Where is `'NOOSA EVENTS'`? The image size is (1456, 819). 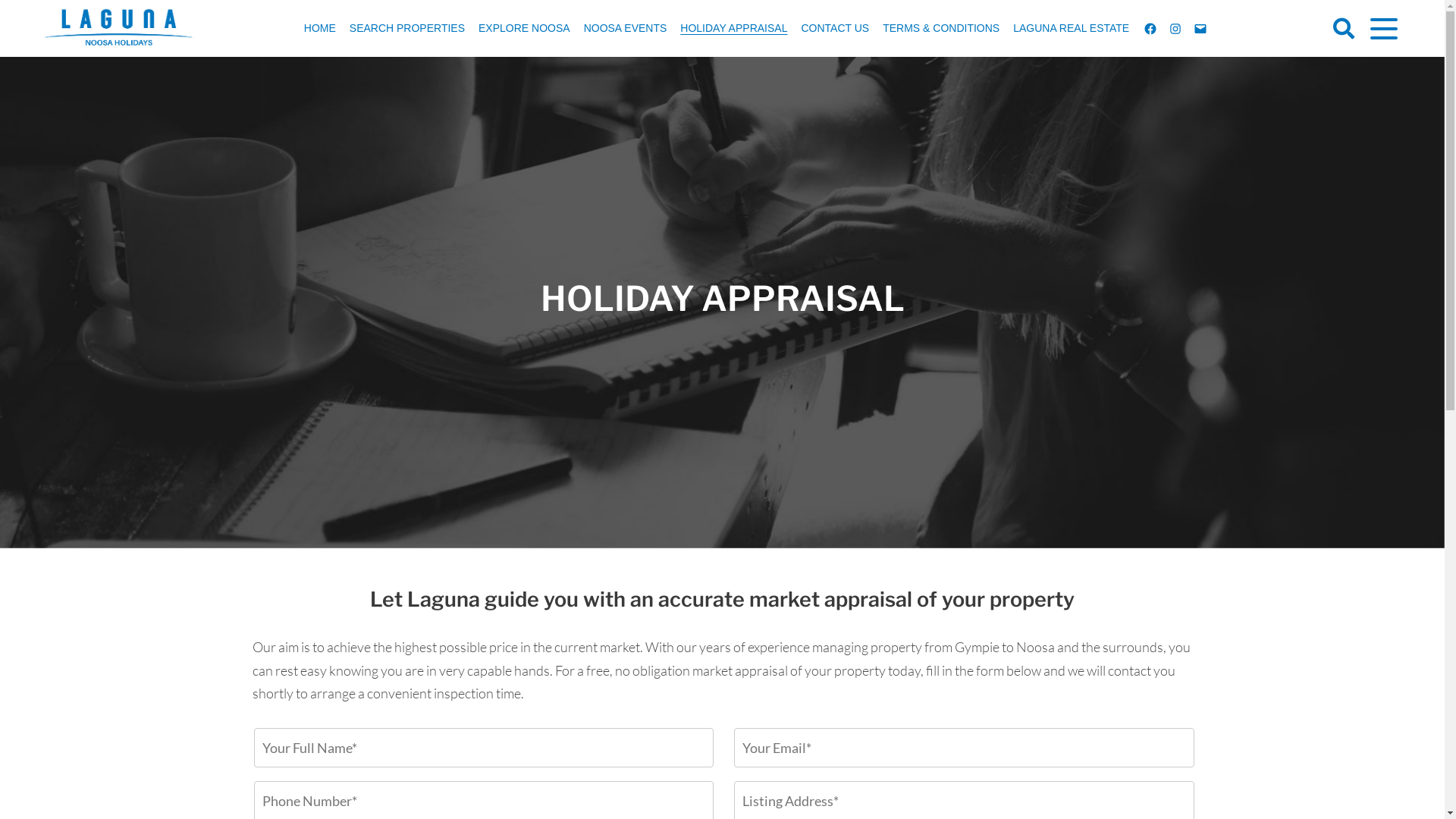
'NOOSA EVENTS' is located at coordinates (626, 28).